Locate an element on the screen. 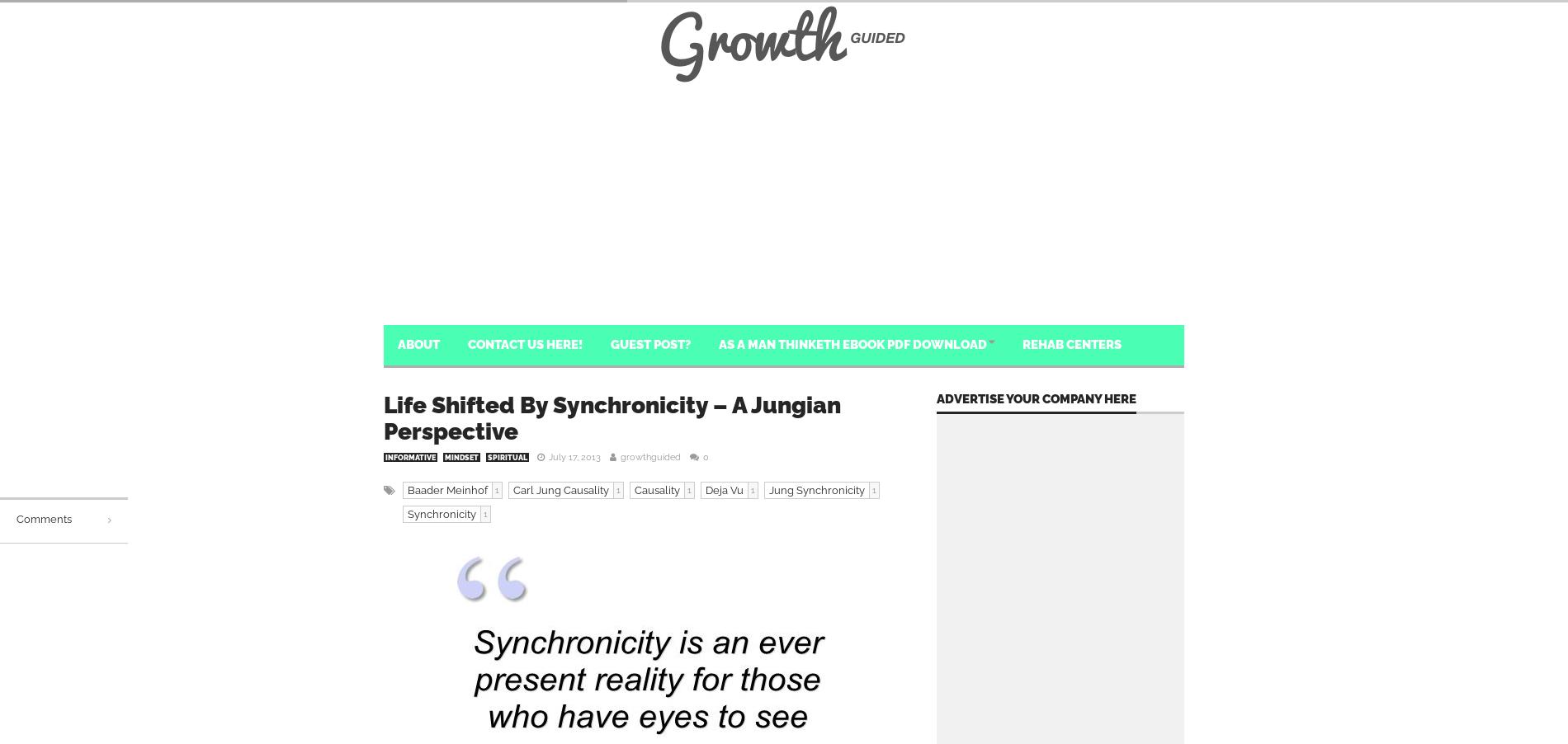  'Contact Us Here!' is located at coordinates (525, 344).